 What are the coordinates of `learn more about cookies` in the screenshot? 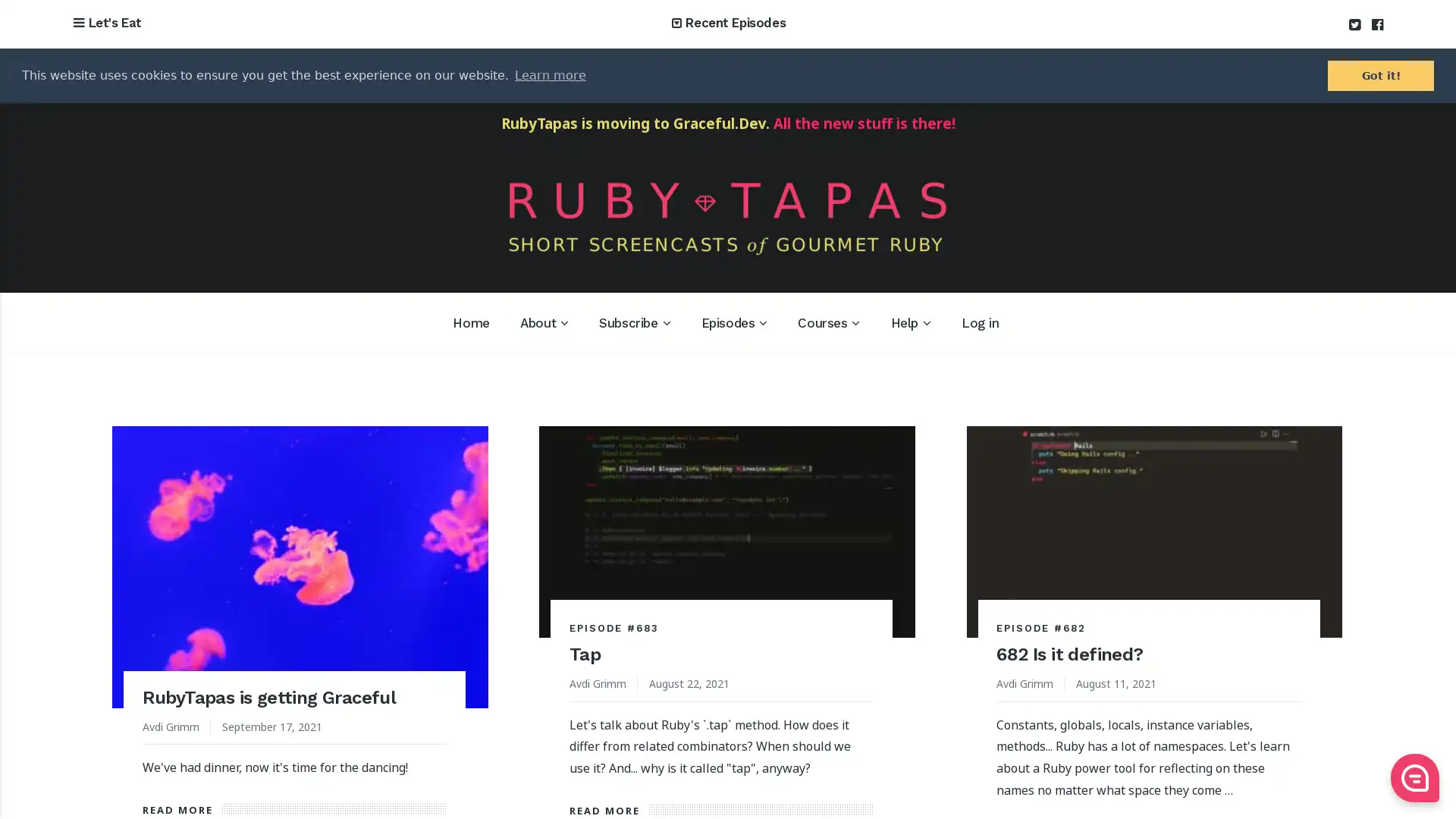 It's located at (549, 75).